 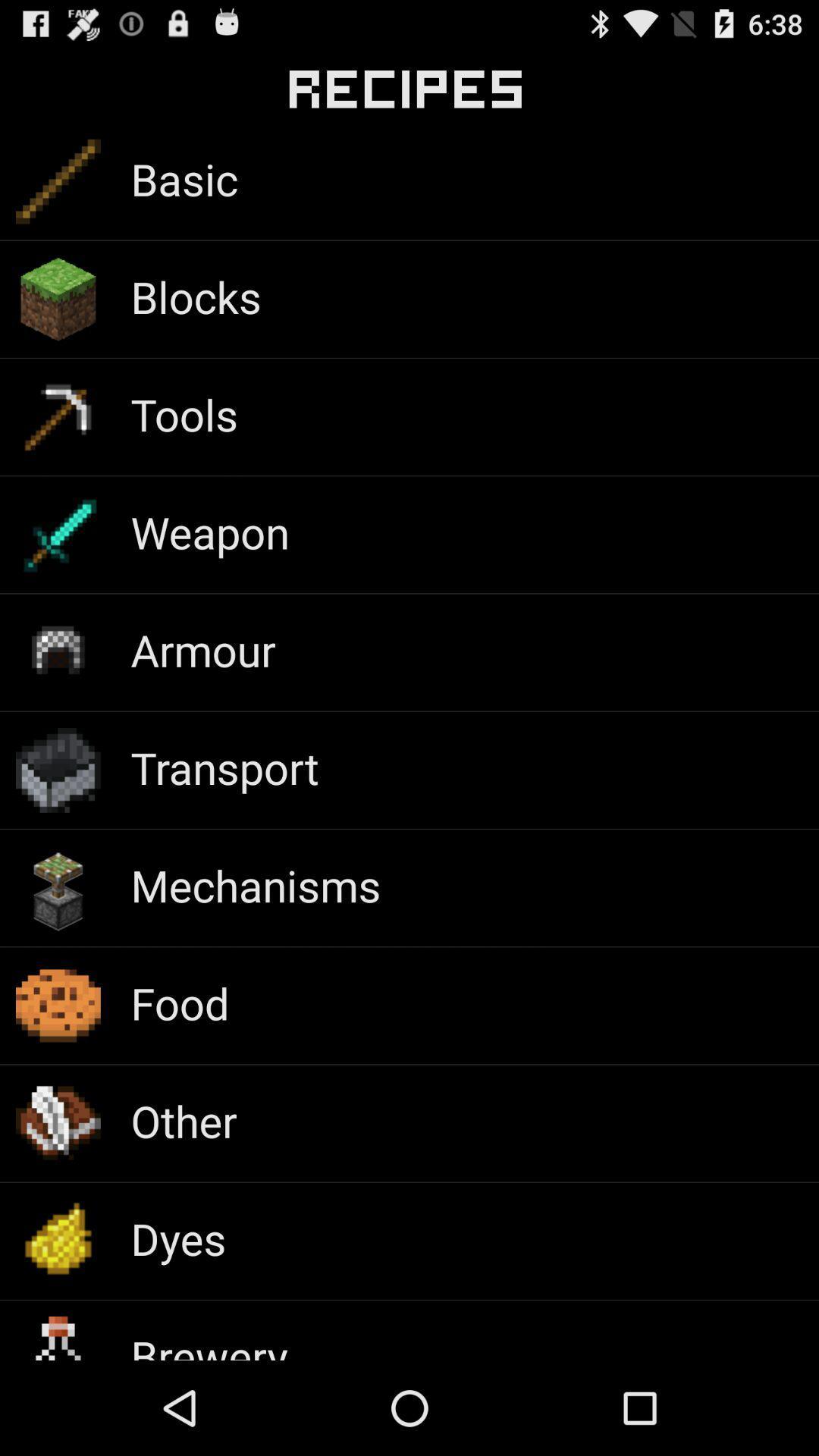 What do you see at coordinates (210, 532) in the screenshot?
I see `weapon item` at bounding box center [210, 532].